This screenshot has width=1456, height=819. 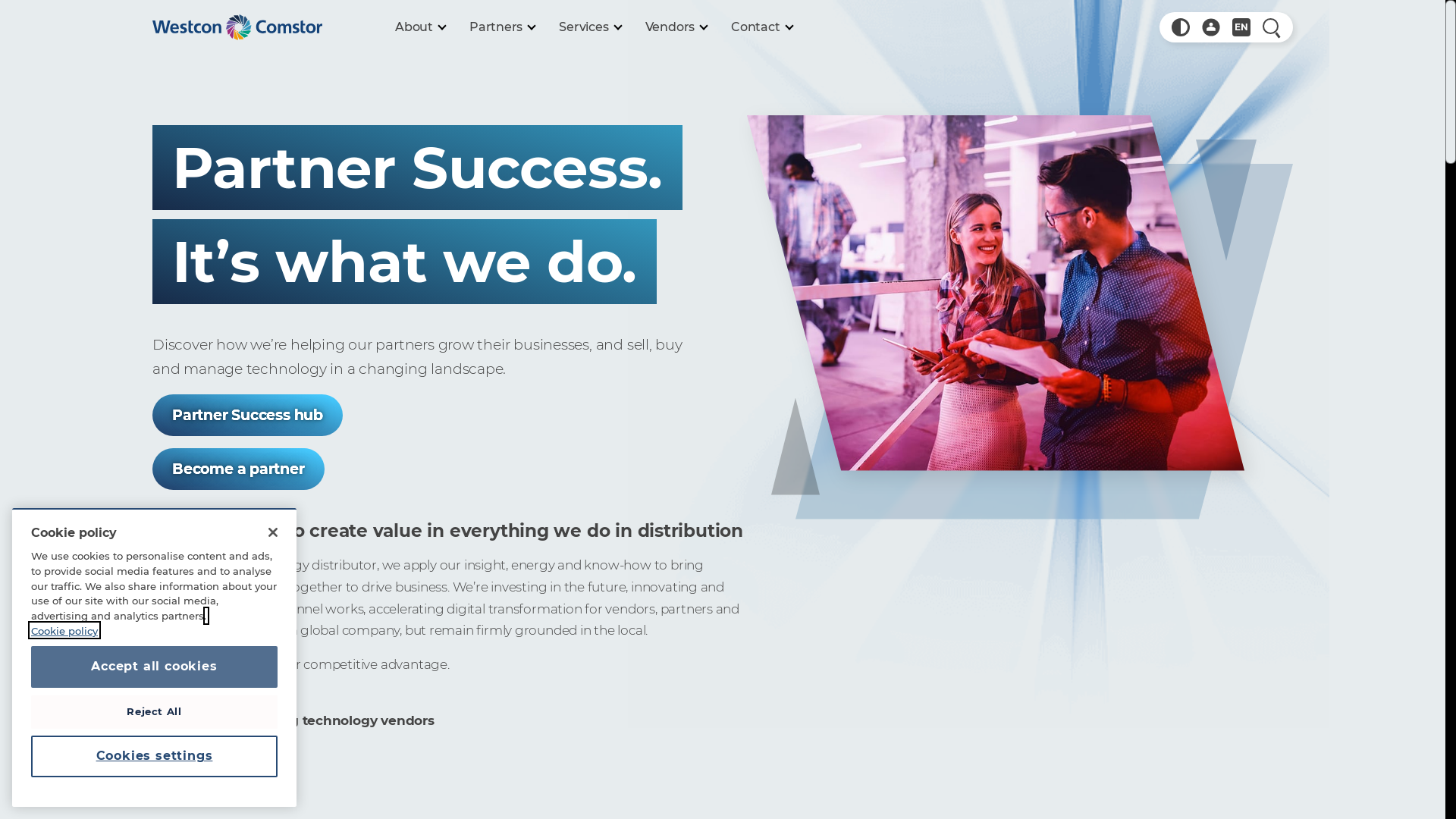 What do you see at coordinates (237, 468) in the screenshot?
I see `'Become a partner'` at bounding box center [237, 468].